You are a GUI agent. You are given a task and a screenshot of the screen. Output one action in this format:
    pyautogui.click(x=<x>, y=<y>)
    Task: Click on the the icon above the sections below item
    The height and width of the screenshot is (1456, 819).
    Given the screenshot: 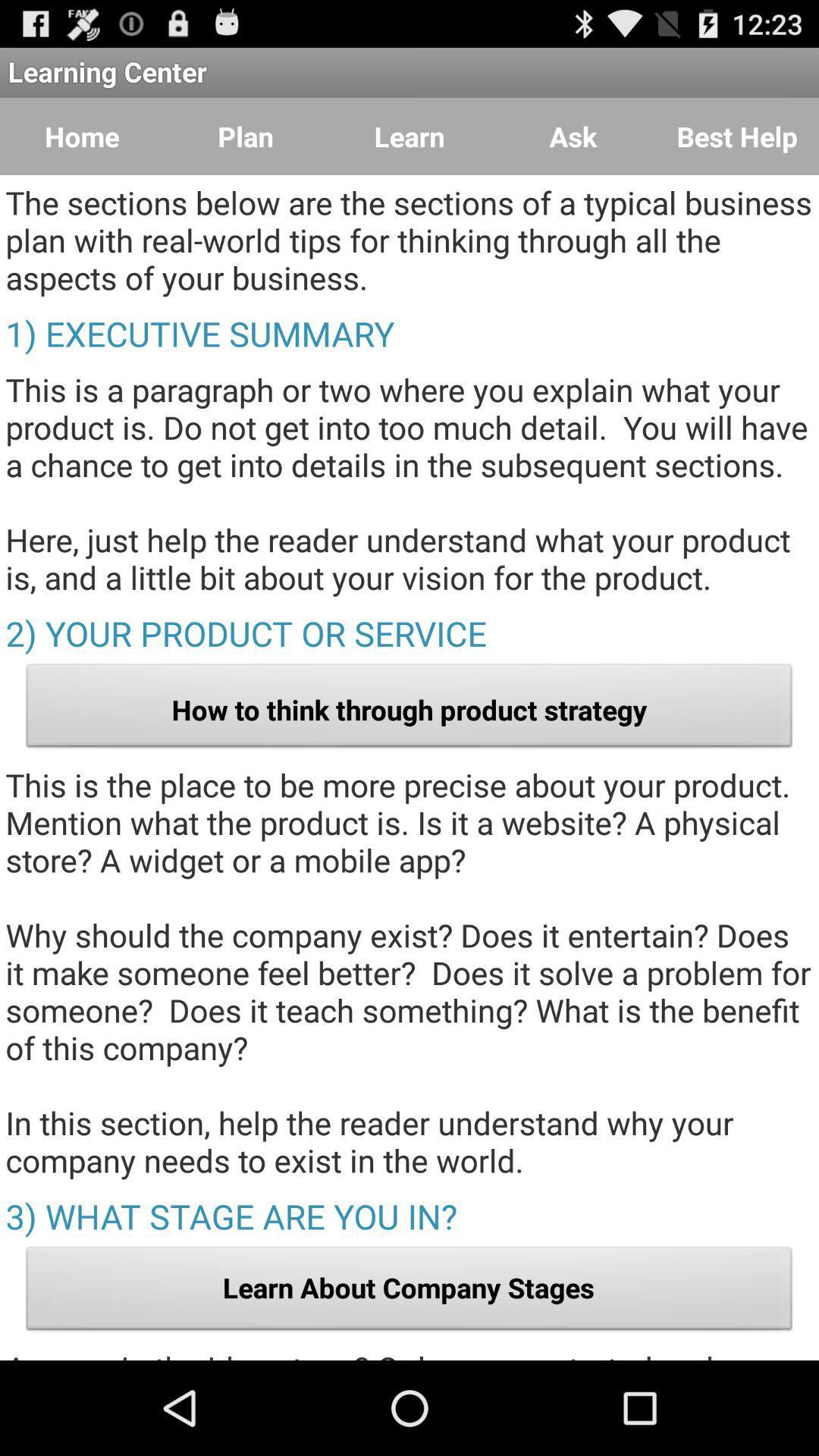 What is the action you would take?
    pyautogui.click(x=573, y=136)
    